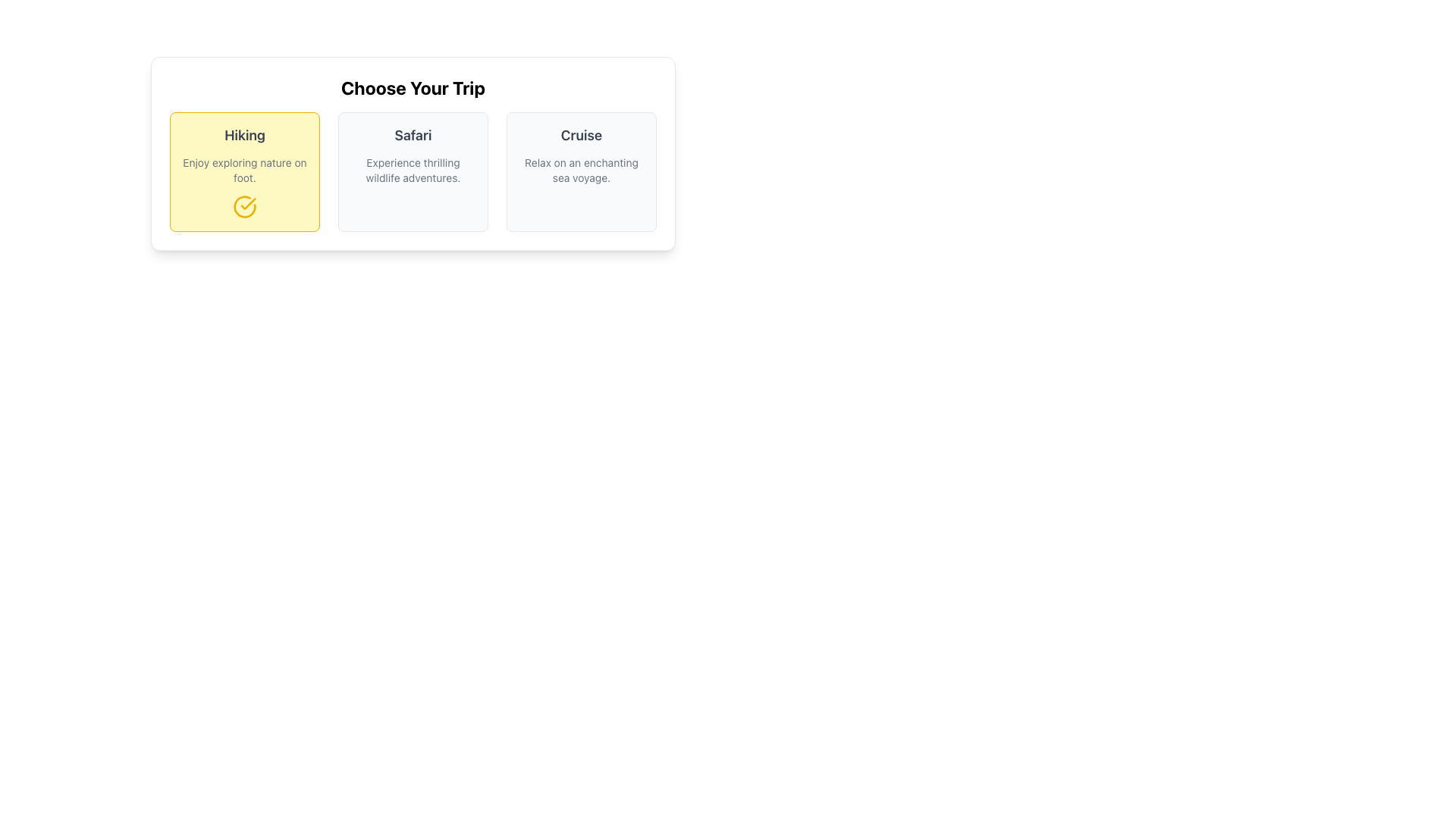 This screenshot has height=819, width=1456. I want to click on the 'Safari' card in the middle column of the selection interface, so click(413, 171).